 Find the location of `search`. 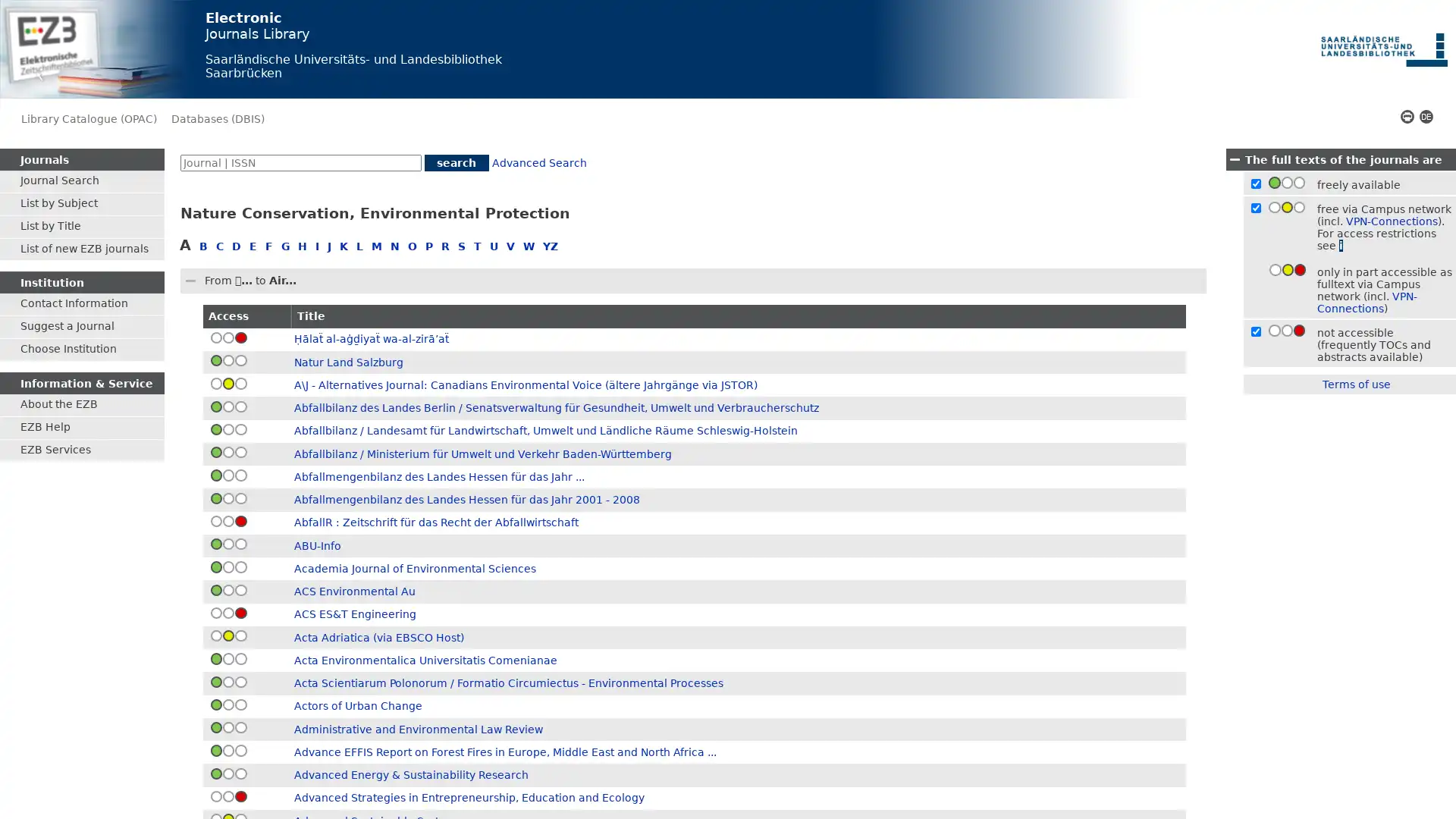

search is located at coordinates (455, 163).